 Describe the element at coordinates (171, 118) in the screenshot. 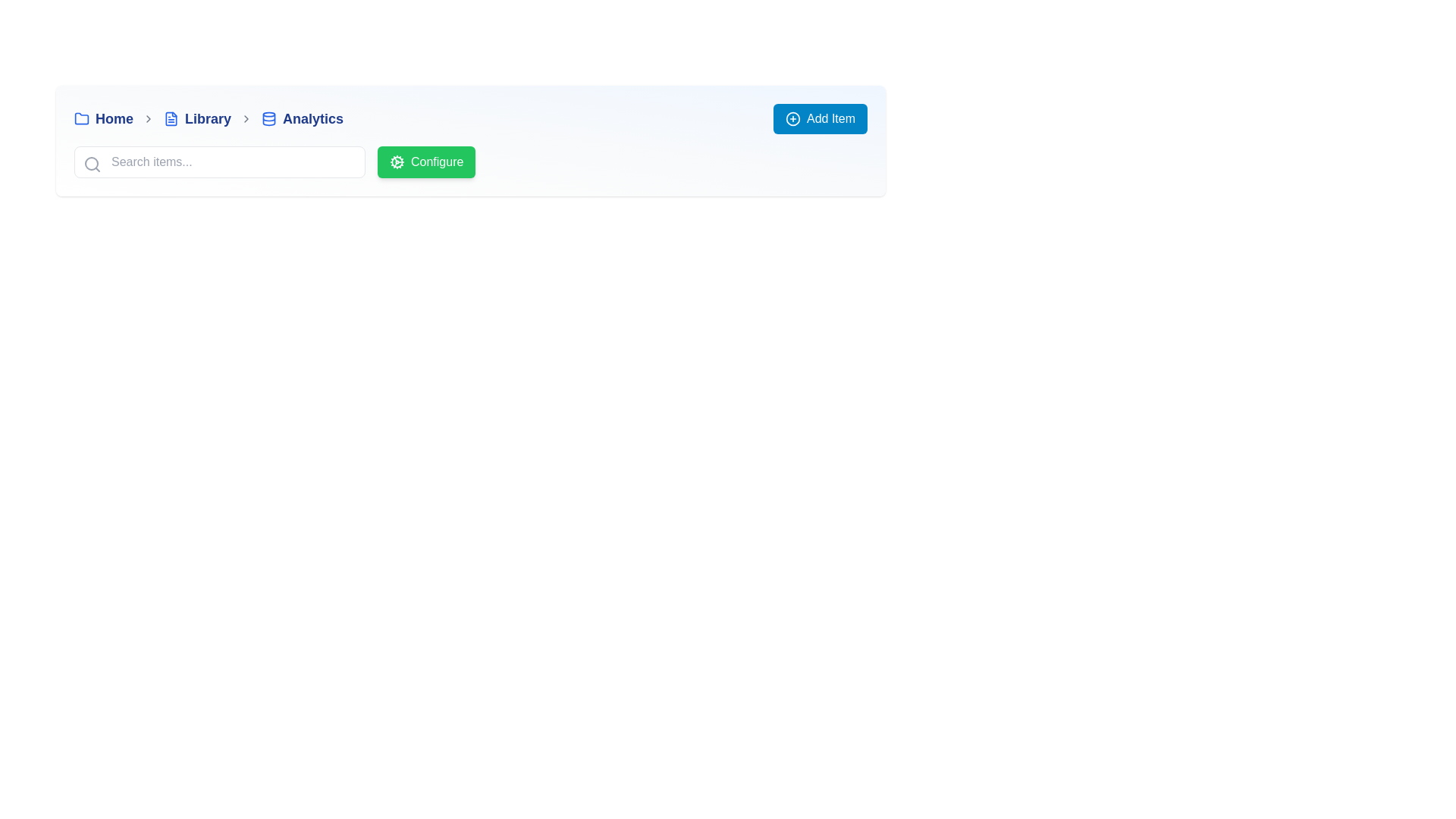

I see `the document or file icon located in the navigation bar, positioned to the right of the folder icon and 'Home' text, and to the left of 'Library' text` at that location.